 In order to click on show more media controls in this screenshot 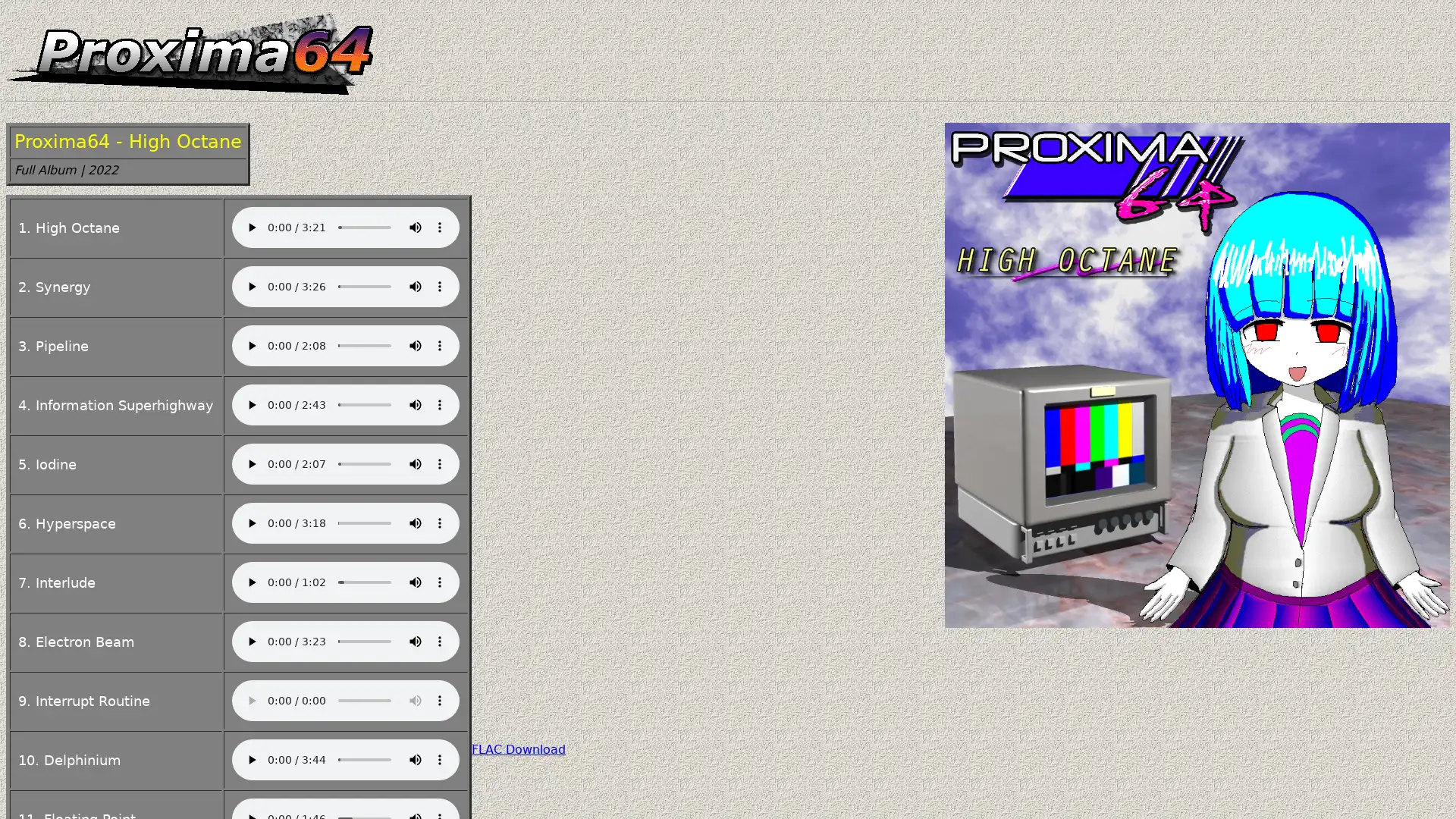, I will do `click(439, 227)`.